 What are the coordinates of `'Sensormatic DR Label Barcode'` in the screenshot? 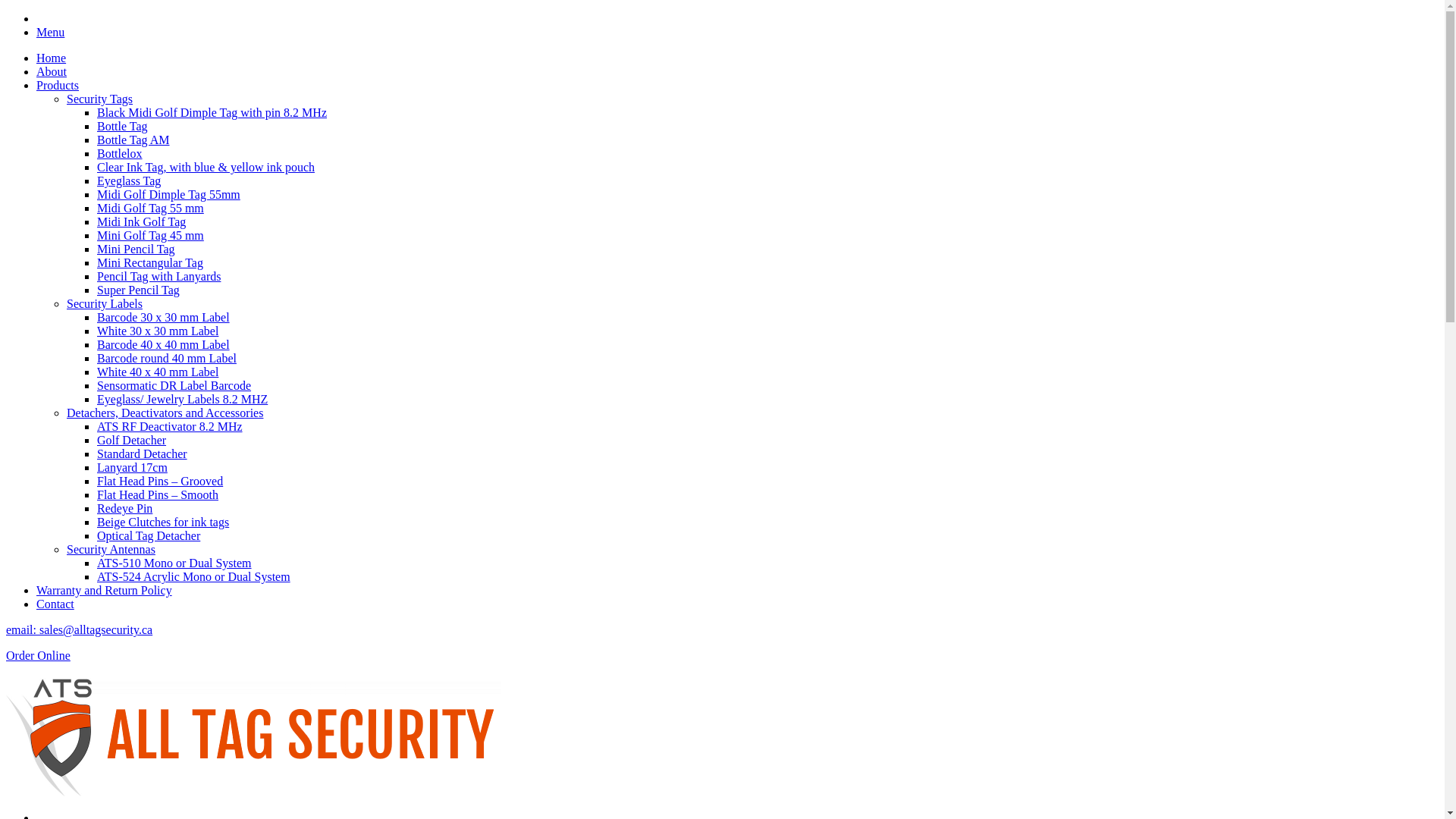 It's located at (174, 384).